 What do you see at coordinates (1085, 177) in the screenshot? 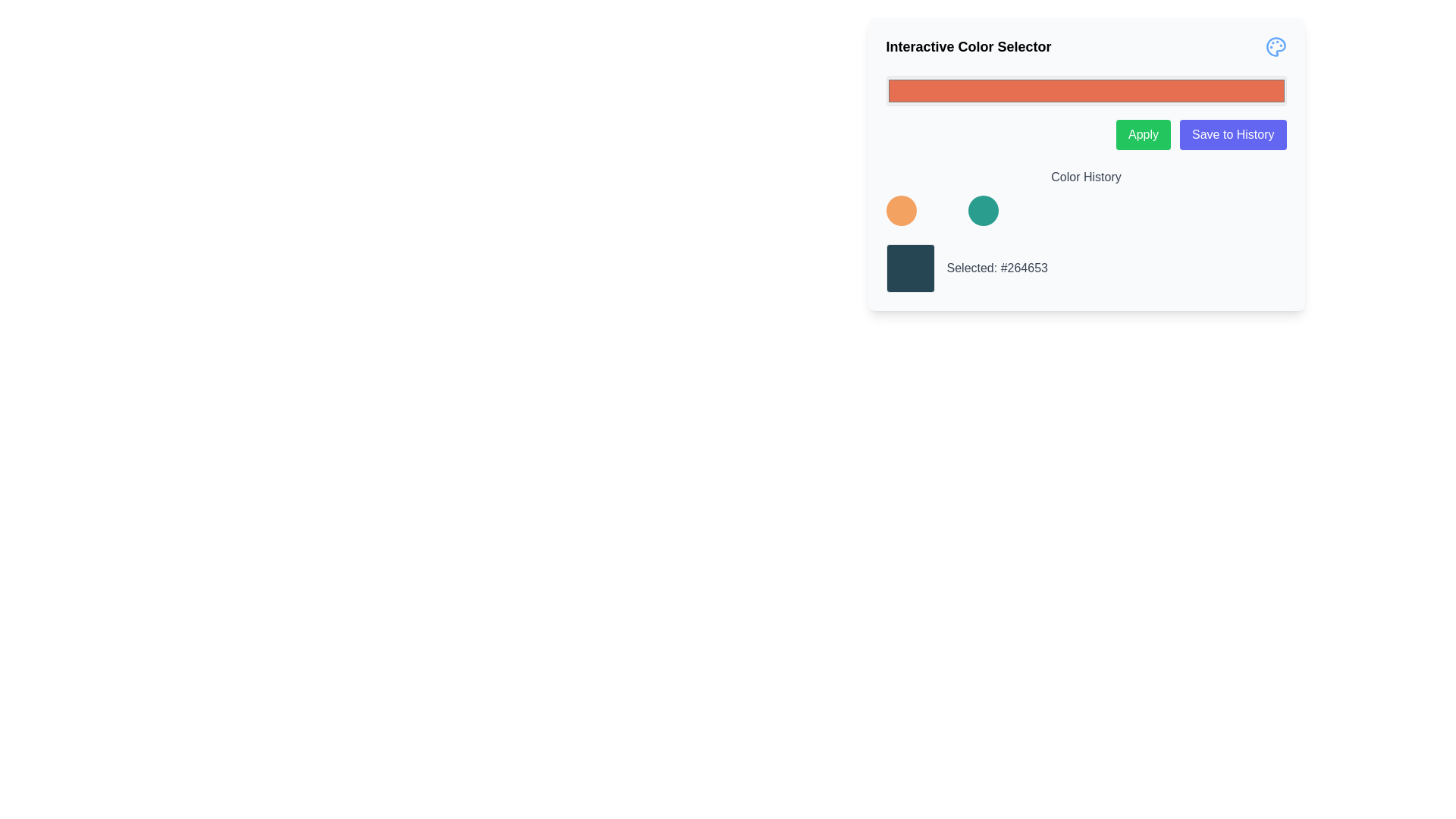
I see `the static text label that describes the color history feature, which is centrally positioned above a group of five circular color elements` at bounding box center [1085, 177].